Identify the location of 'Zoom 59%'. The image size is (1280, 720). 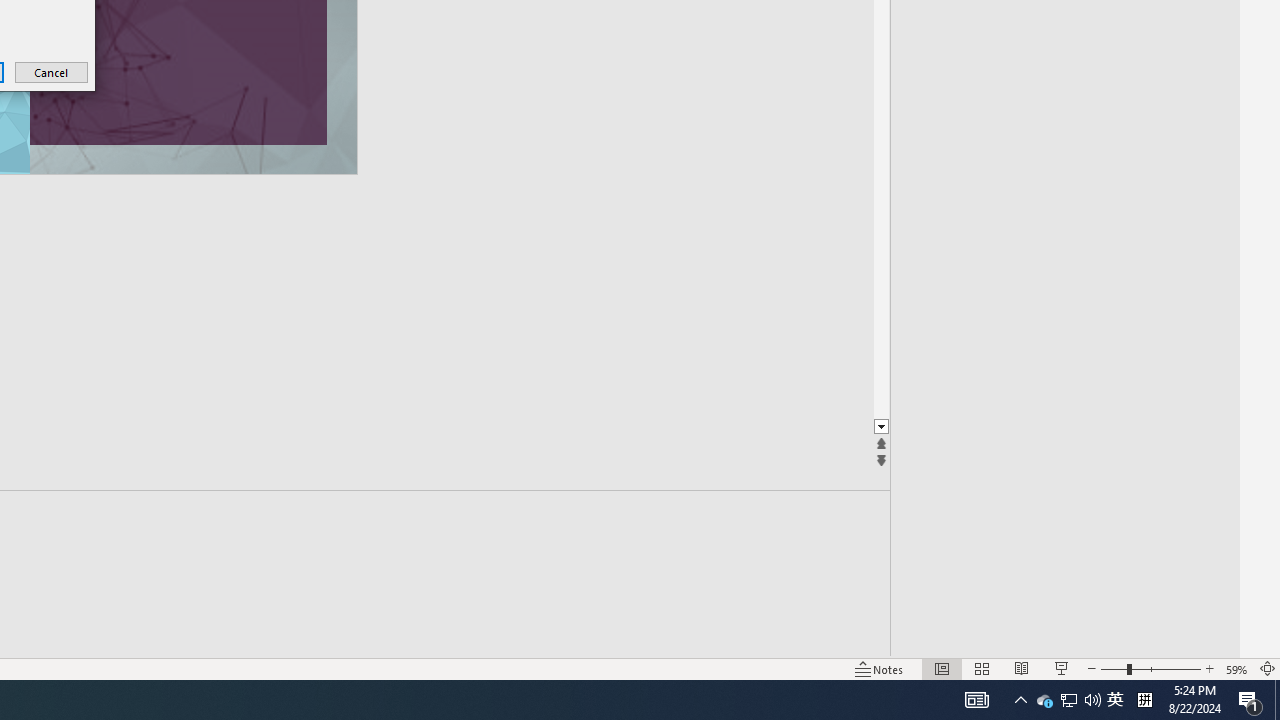
(1236, 669).